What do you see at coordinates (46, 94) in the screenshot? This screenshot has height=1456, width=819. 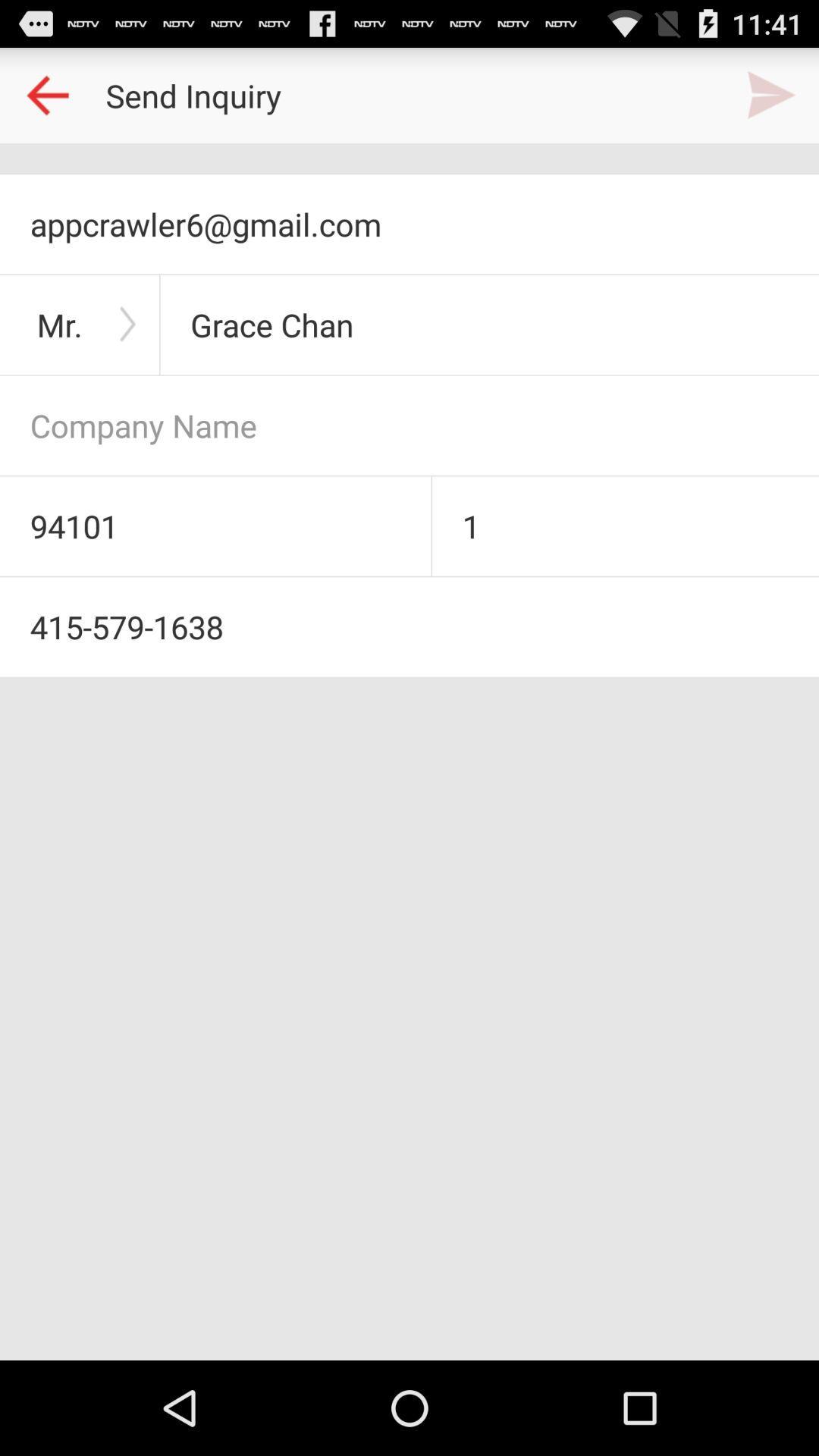 I see `back arrow` at bounding box center [46, 94].